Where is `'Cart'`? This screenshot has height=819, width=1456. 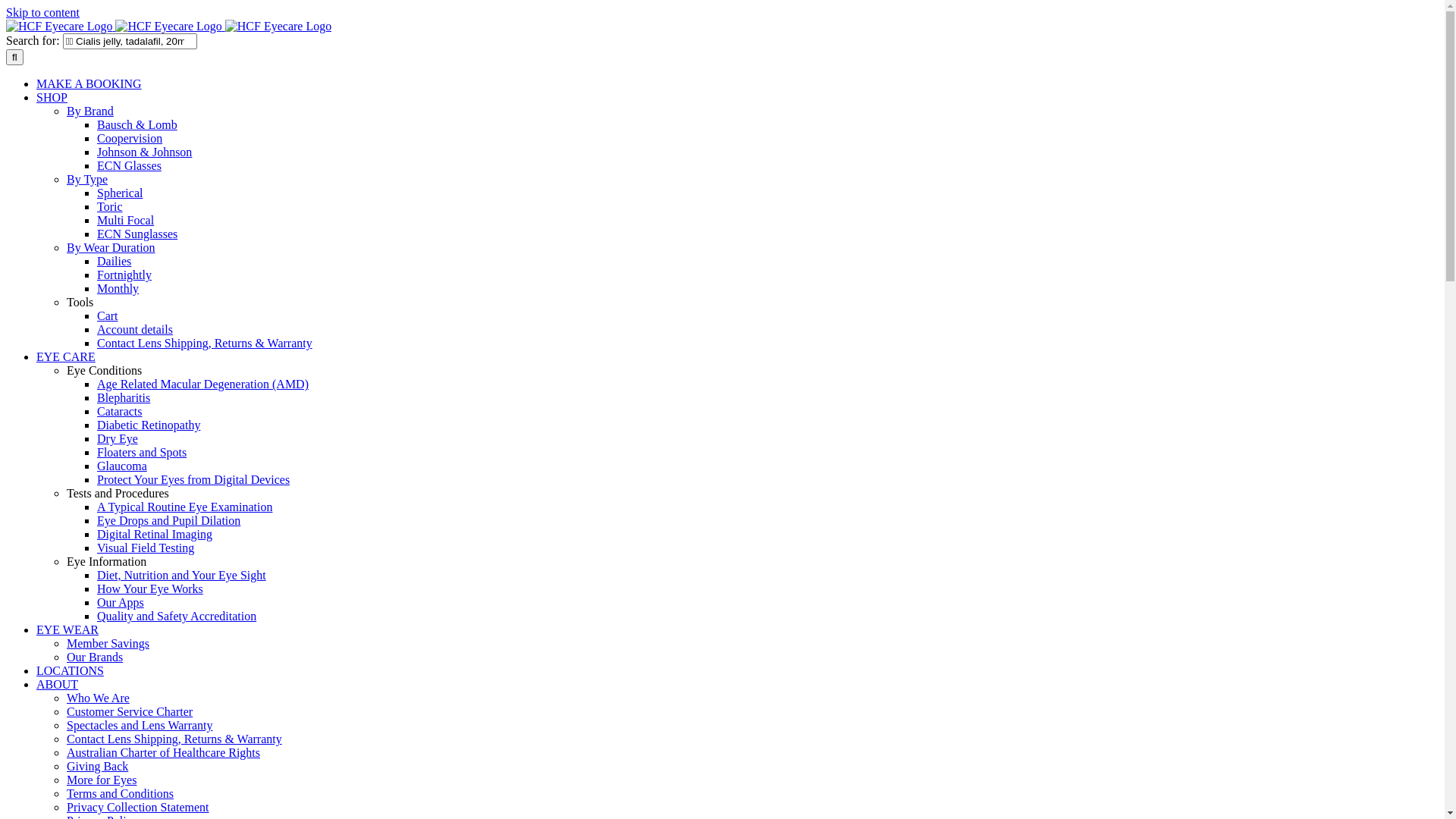 'Cart' is located at coordinates (107, 315).